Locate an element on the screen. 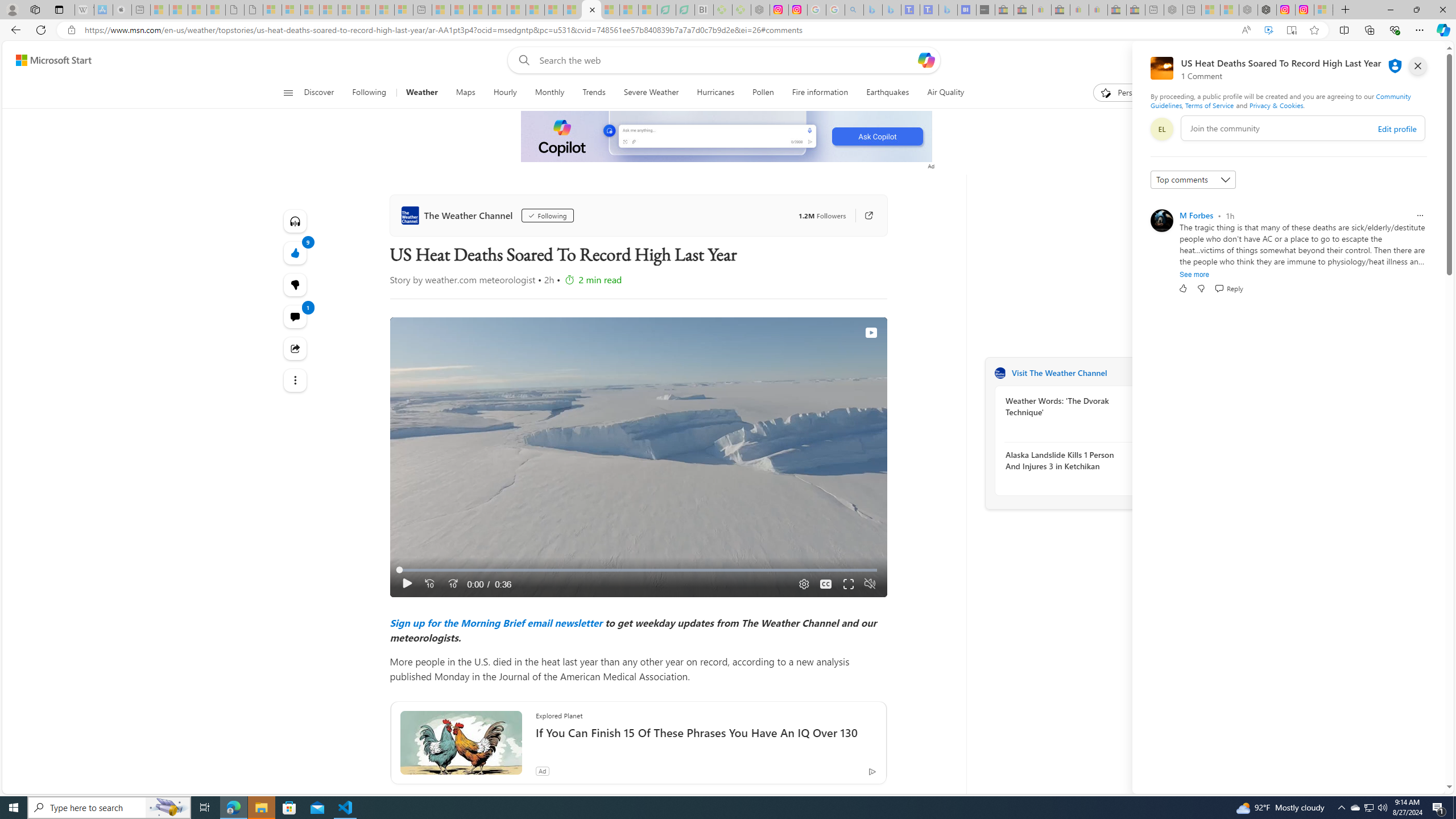 Image resolution: width=1456 pixels, height=819 pixels. 'Trends' is located at coordinates (593, 92).